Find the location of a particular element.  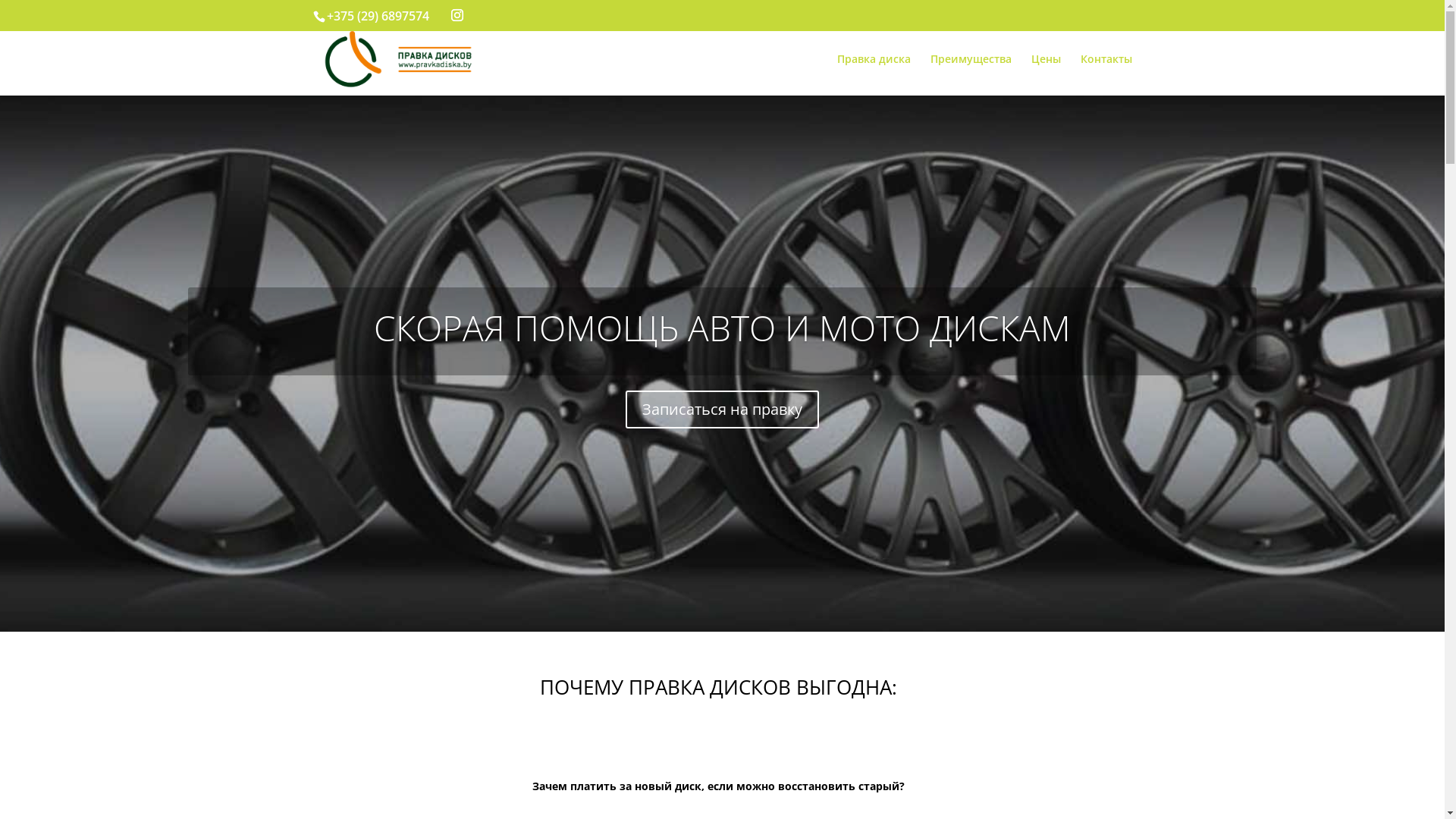

'+375 (29) 6897574' is located at coordinates (377, 15).